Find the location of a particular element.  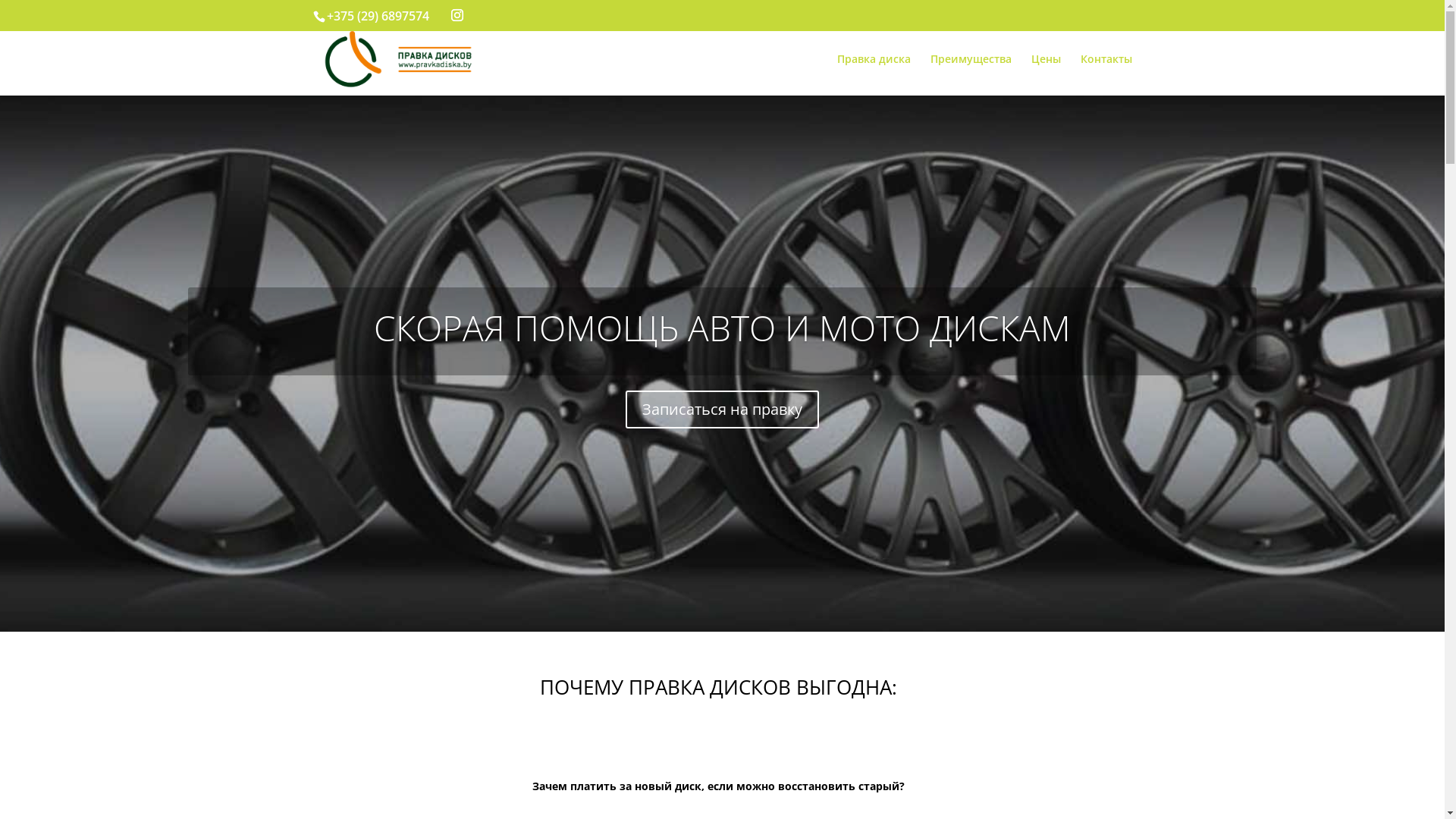

'+375 (29) 6897574' is located at coordinates (377, 15).